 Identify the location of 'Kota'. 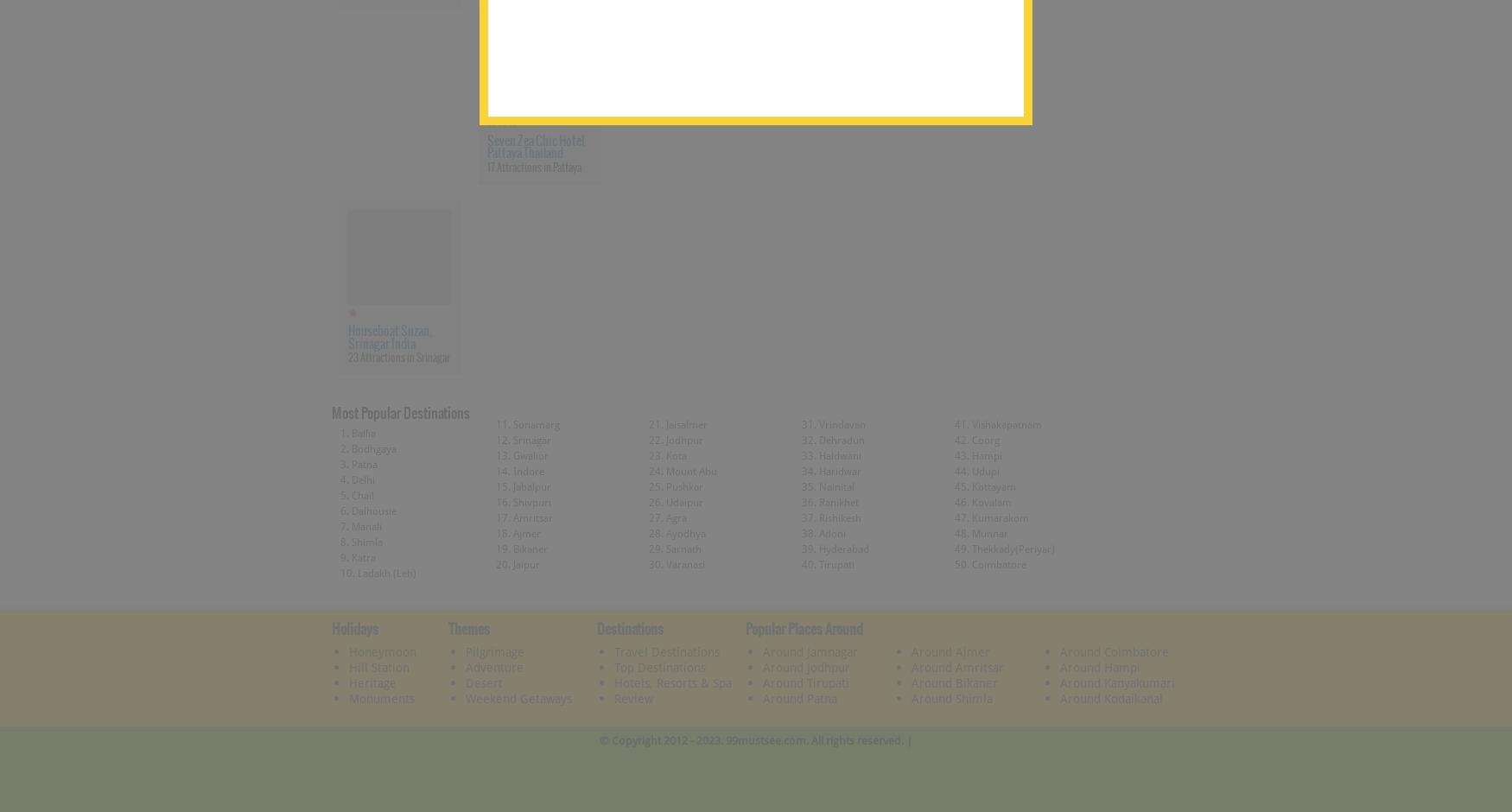
(675, 454).